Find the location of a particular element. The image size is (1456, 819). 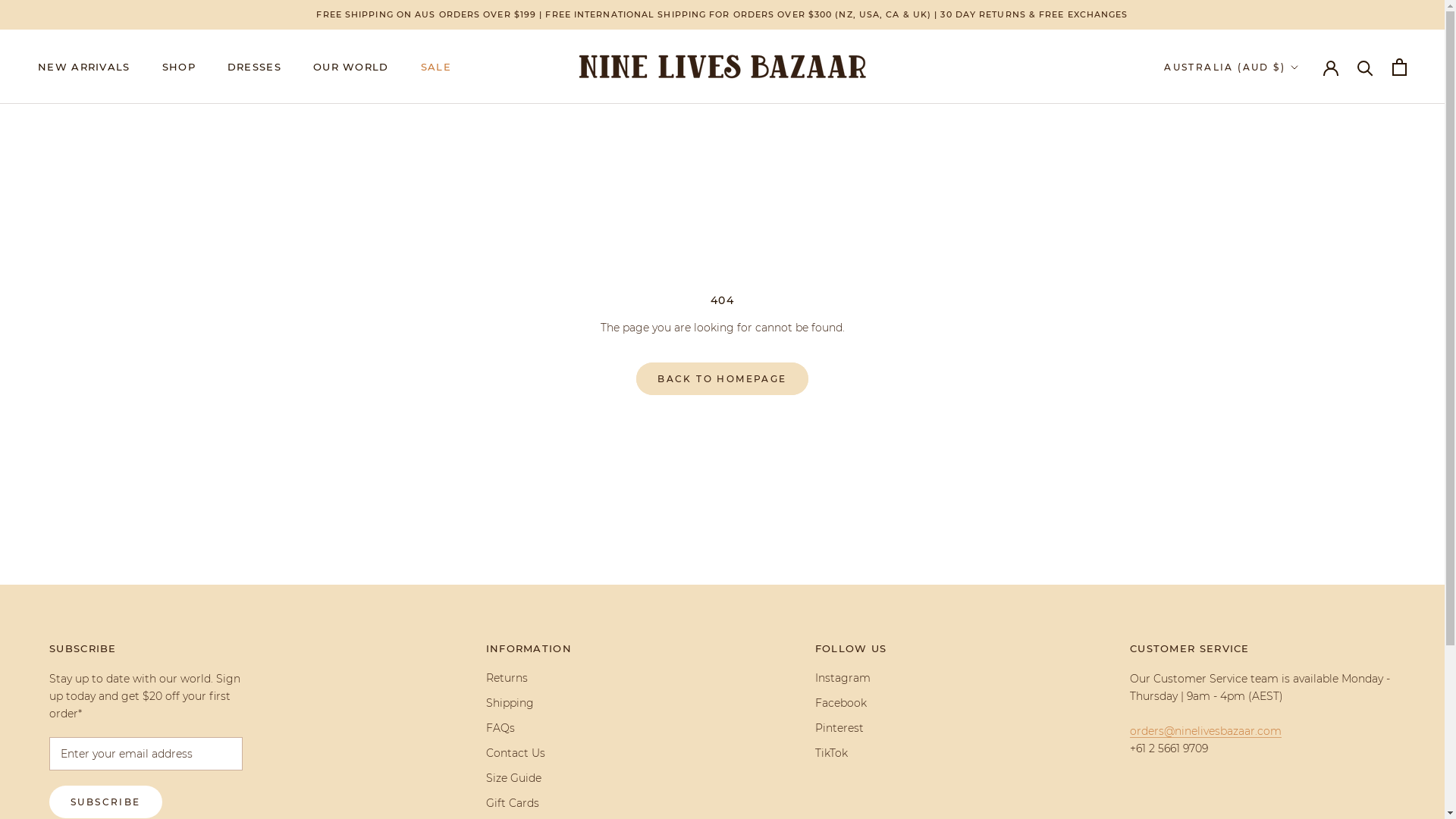

'Instagram' is located at coordinates (851, 677).